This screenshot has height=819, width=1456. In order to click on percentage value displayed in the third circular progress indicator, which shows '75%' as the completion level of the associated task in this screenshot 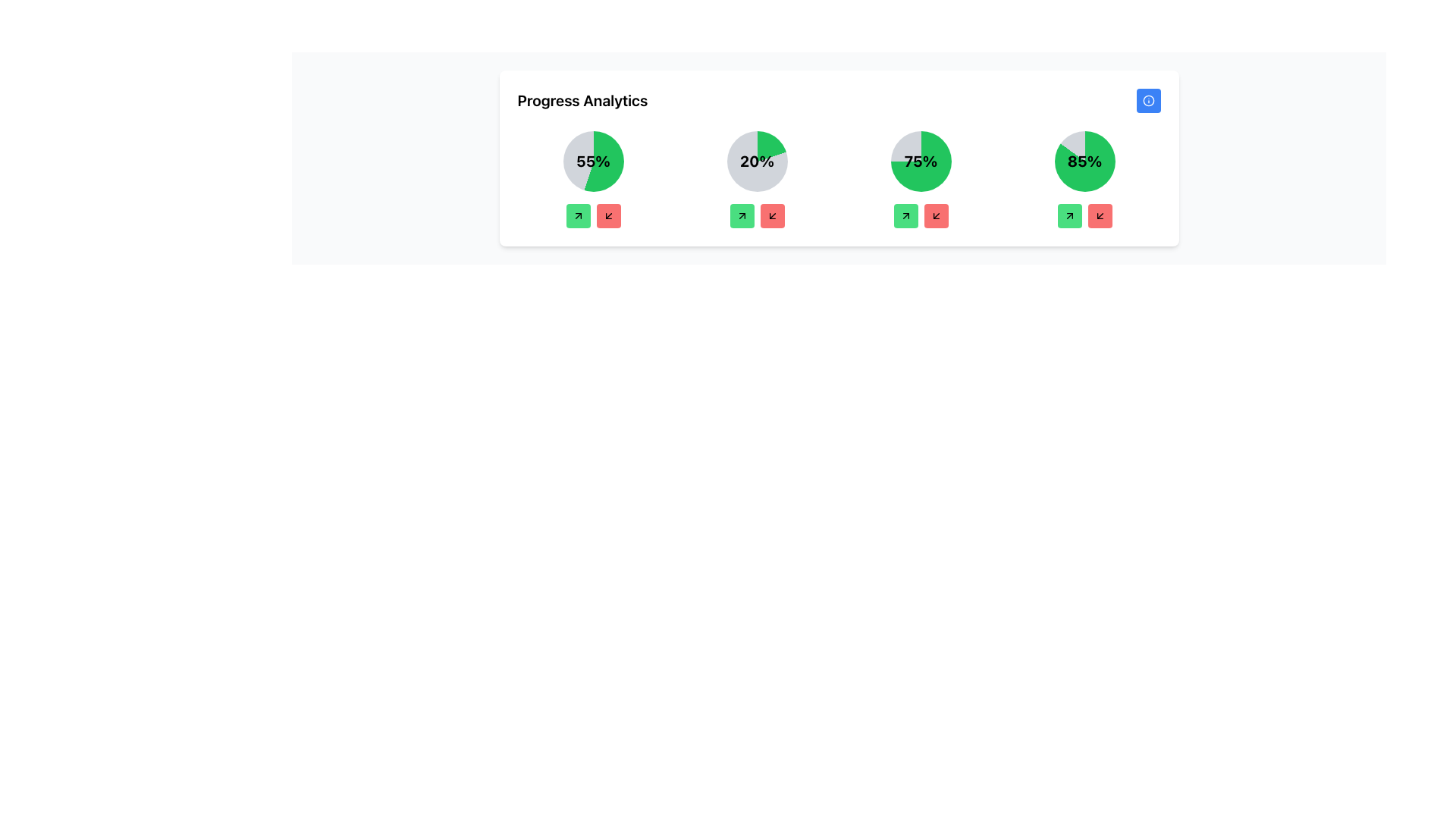, I will do `click(920, 161)`.